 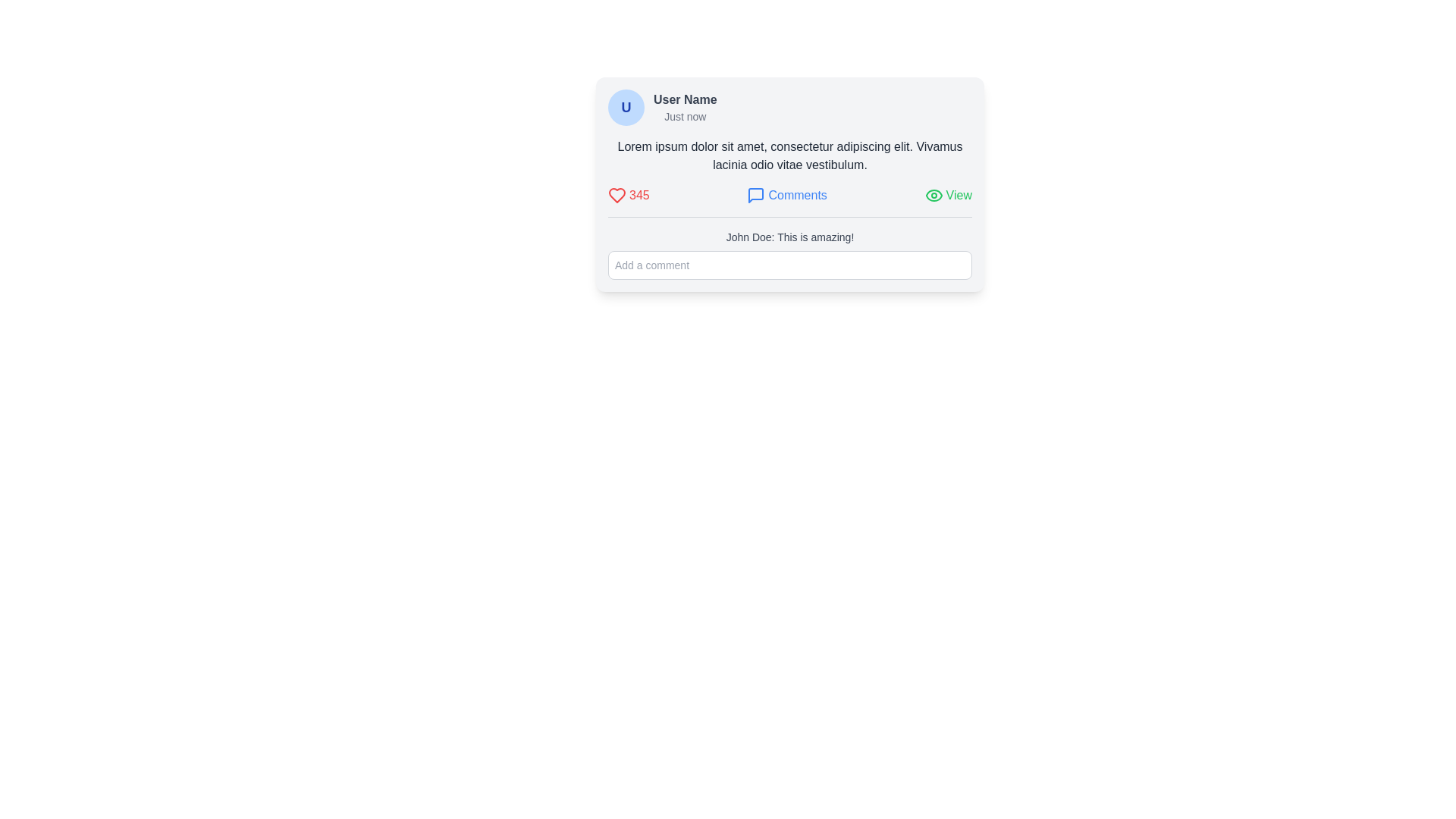 I want to click on the numerical text '345' displayed in red, which is styled in a bold font and aligned with a heart-like icon on its left side for potential interaction or navigation, so click(x=639, y=195).